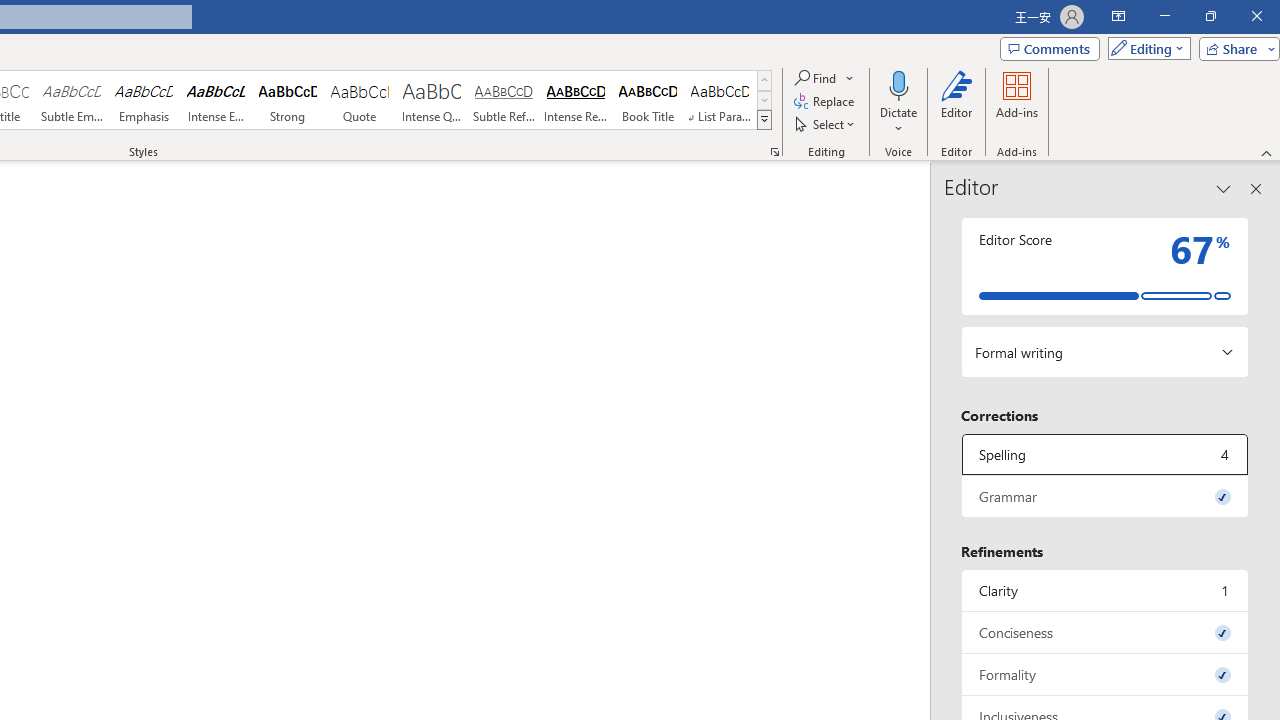 This screenshot has height=720, width=1280. Describe the element at coordinates (1104, 454) in the screenshot. I see `'Spelling, 4 issues. Press space or enter to review items.'` at that location.